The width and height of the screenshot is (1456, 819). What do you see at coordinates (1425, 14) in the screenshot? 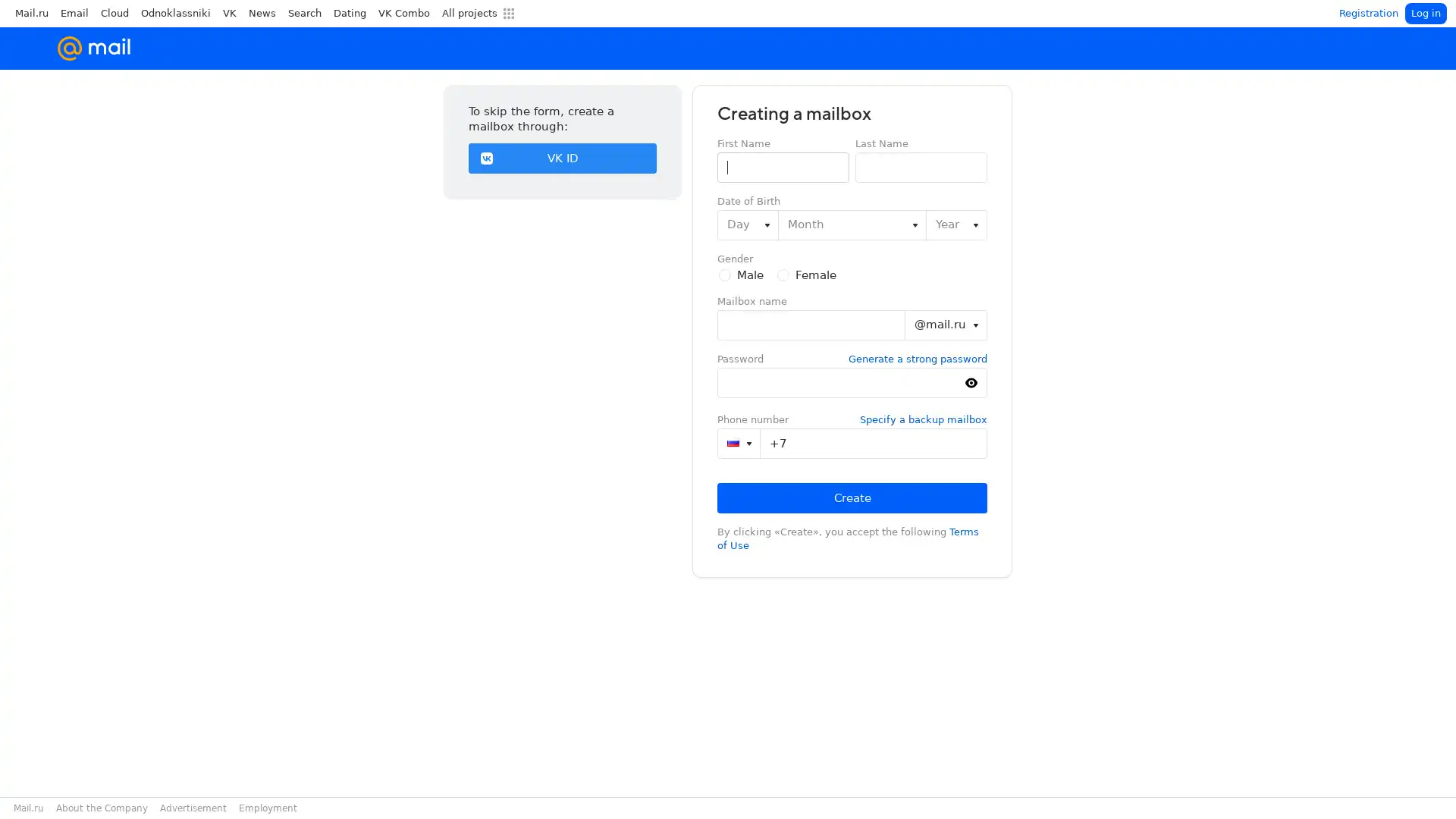
I see `Log in` at bounding box center [1425, 14].